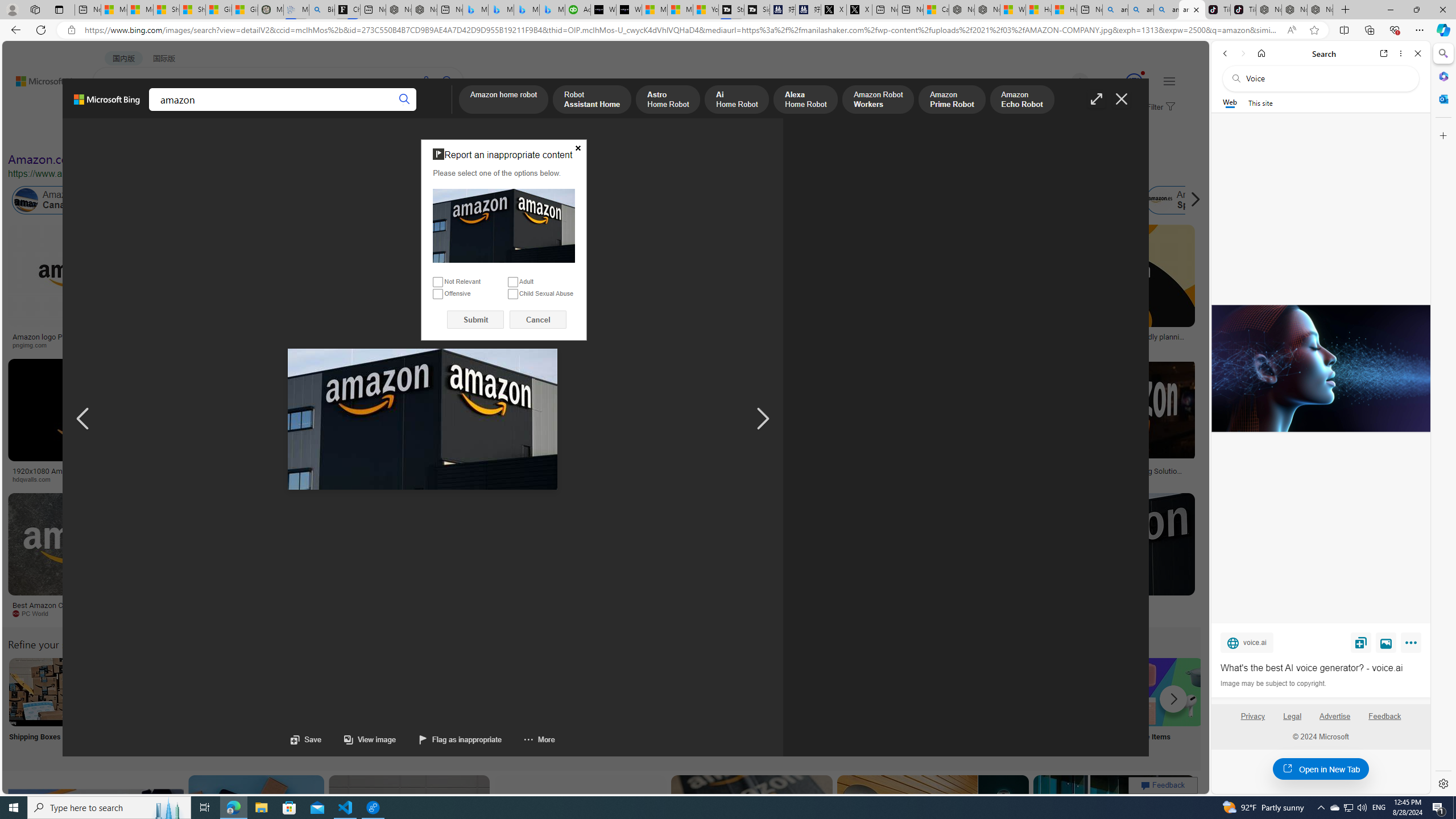 The height and width of the screenshot is (819, 1456). I want to click on 'Open in New Tab', so click(1321, 768).